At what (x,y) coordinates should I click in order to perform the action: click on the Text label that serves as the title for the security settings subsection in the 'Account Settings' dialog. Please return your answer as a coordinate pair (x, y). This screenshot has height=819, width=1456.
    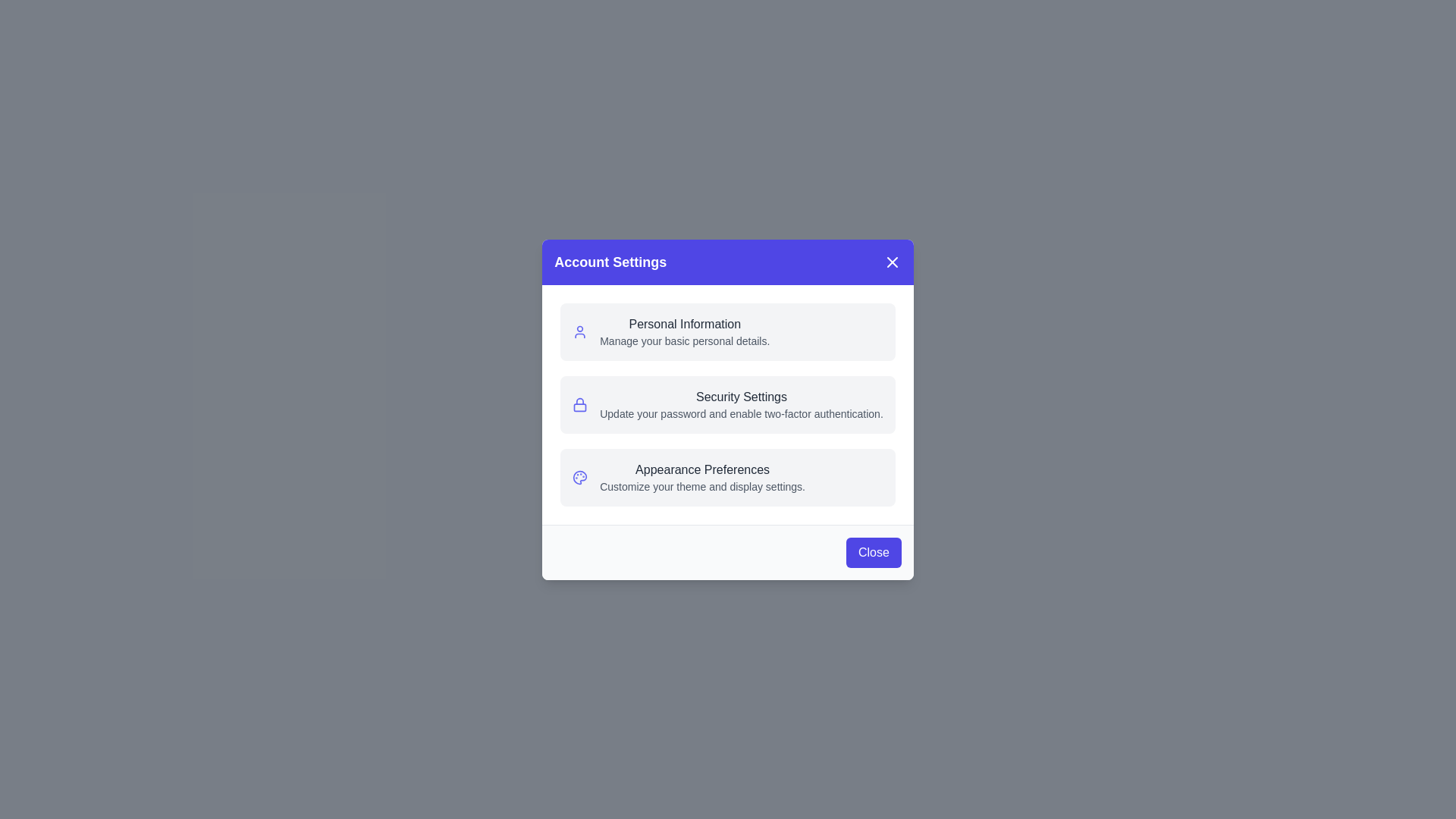
    Looking at the image, I should click on (742, 396).